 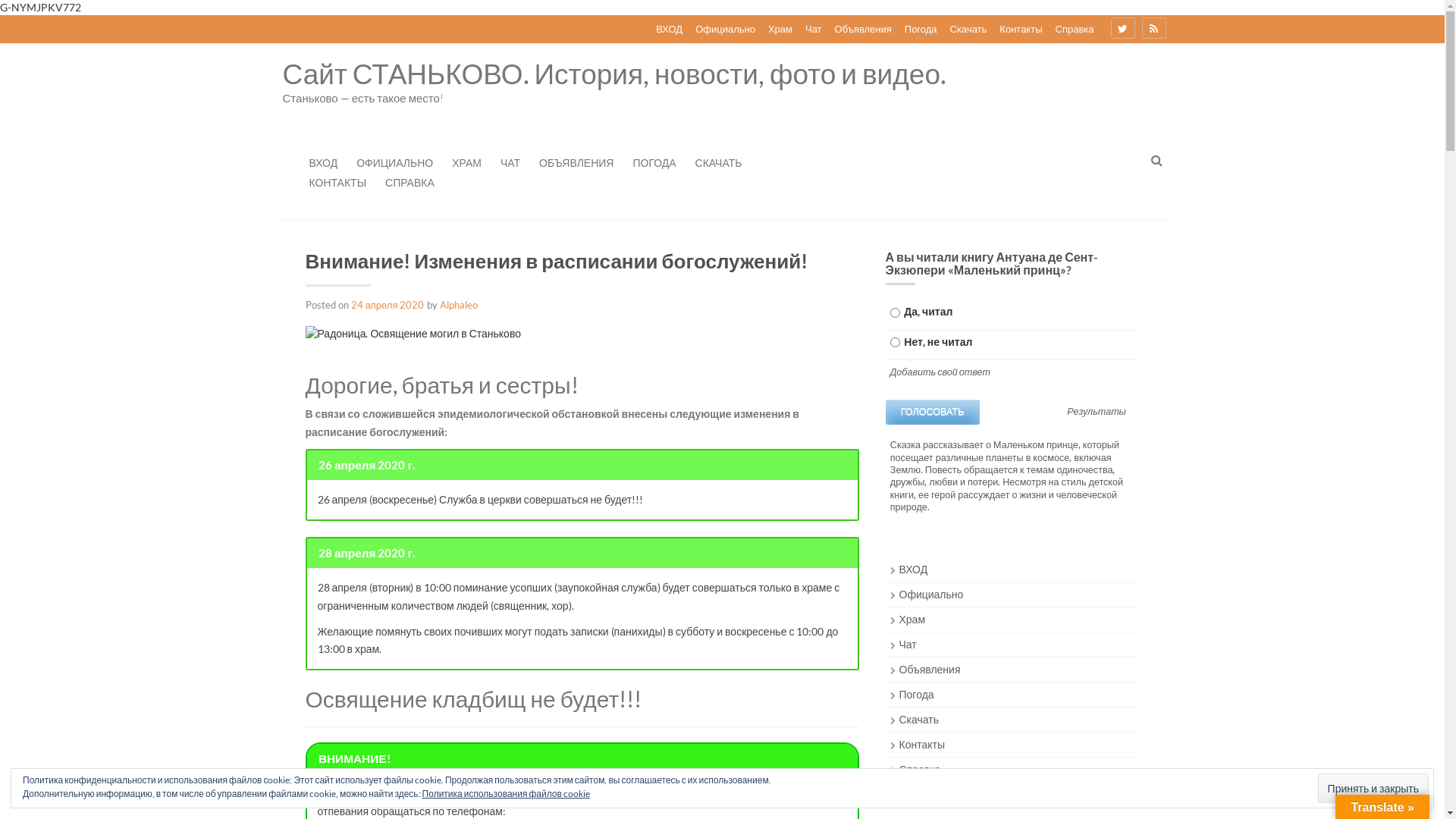 I want to click on 'Alphaleo', so click(x=457, y=304).